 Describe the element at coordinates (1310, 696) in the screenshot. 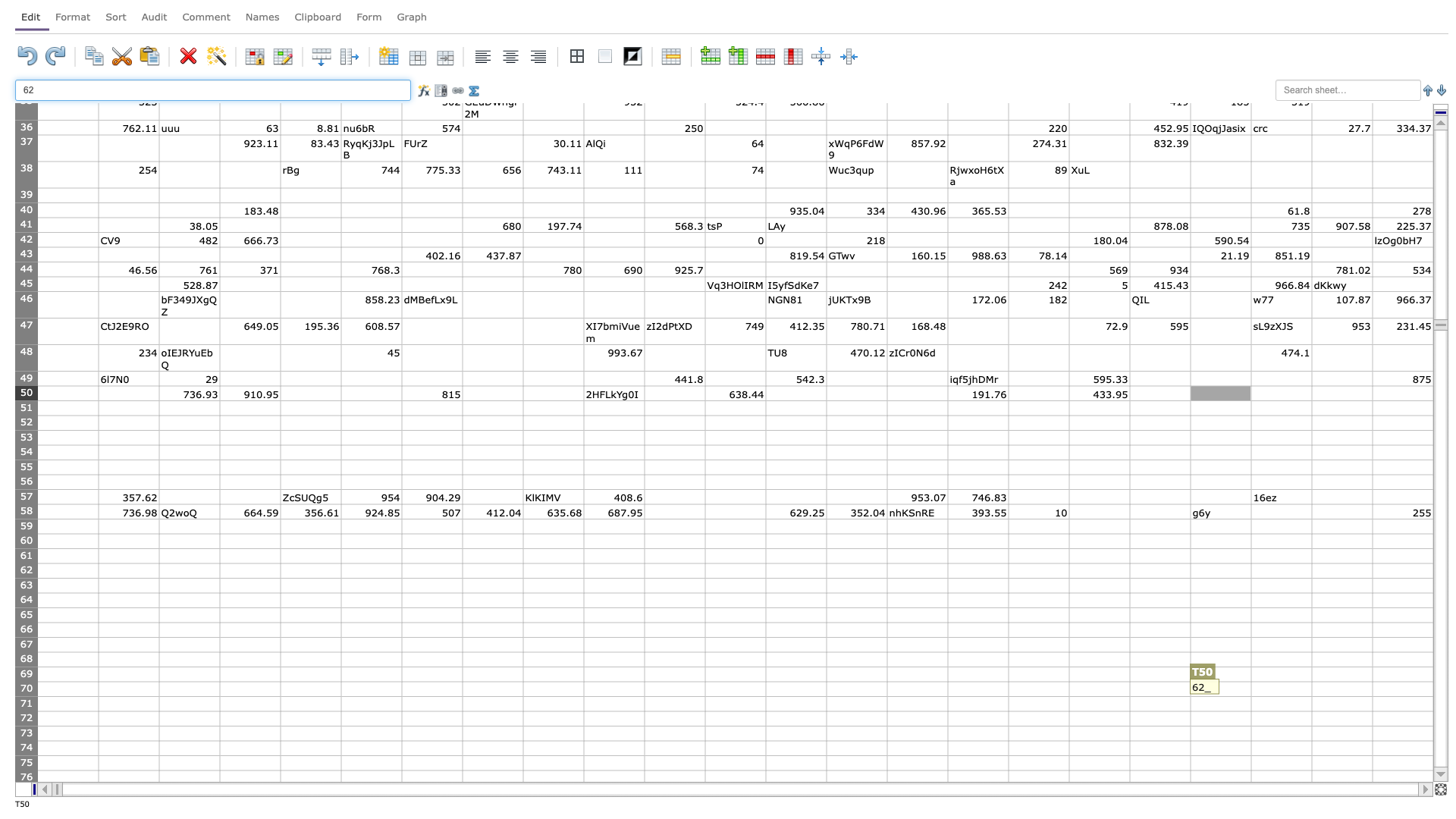

I see `Series fill point of cell U70` at that location.